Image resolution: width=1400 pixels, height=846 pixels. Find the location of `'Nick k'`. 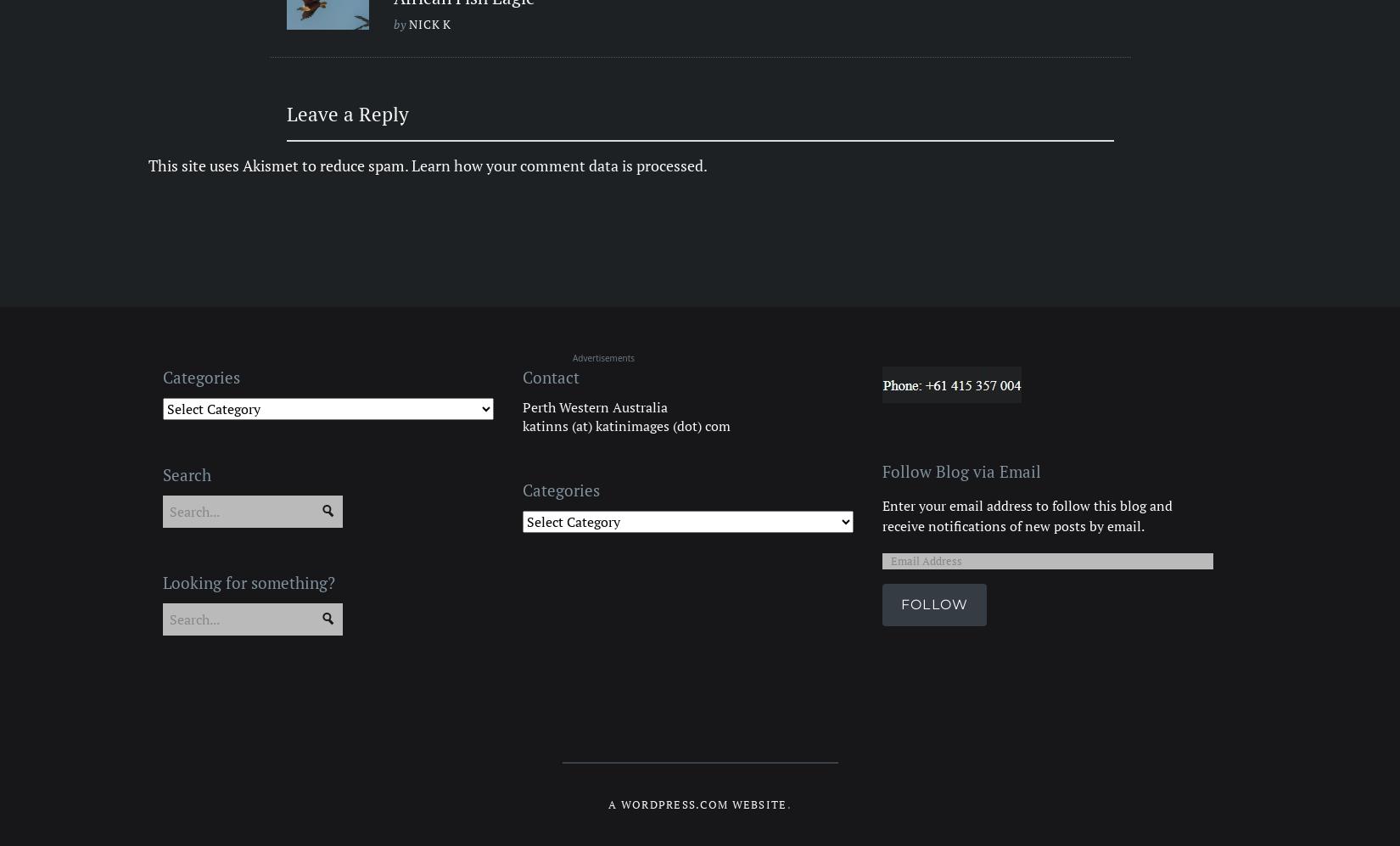

'Nick k' is located at coordinates (428, 24).